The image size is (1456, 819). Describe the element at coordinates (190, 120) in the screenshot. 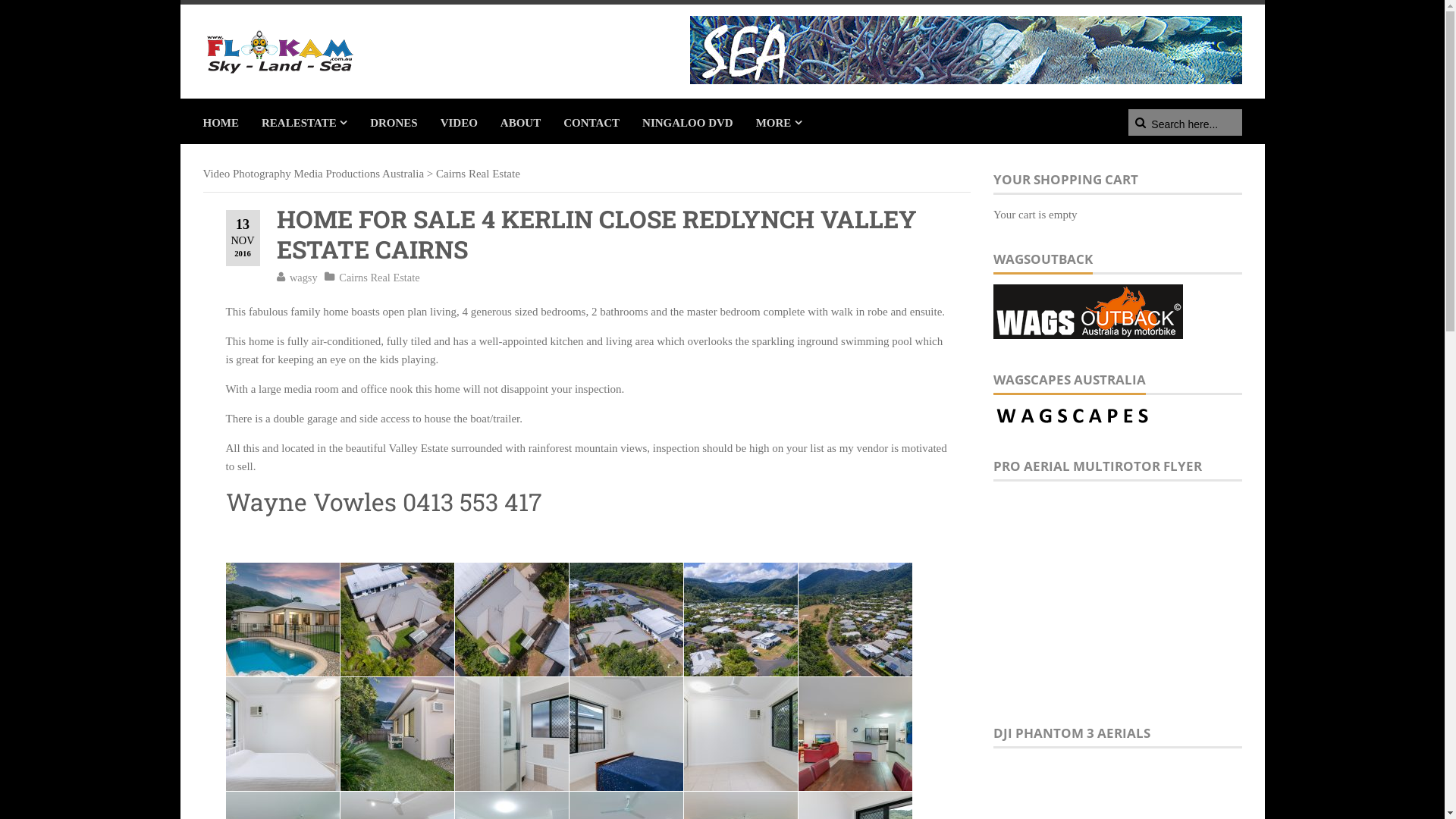

I see `'HOME'` at that location.